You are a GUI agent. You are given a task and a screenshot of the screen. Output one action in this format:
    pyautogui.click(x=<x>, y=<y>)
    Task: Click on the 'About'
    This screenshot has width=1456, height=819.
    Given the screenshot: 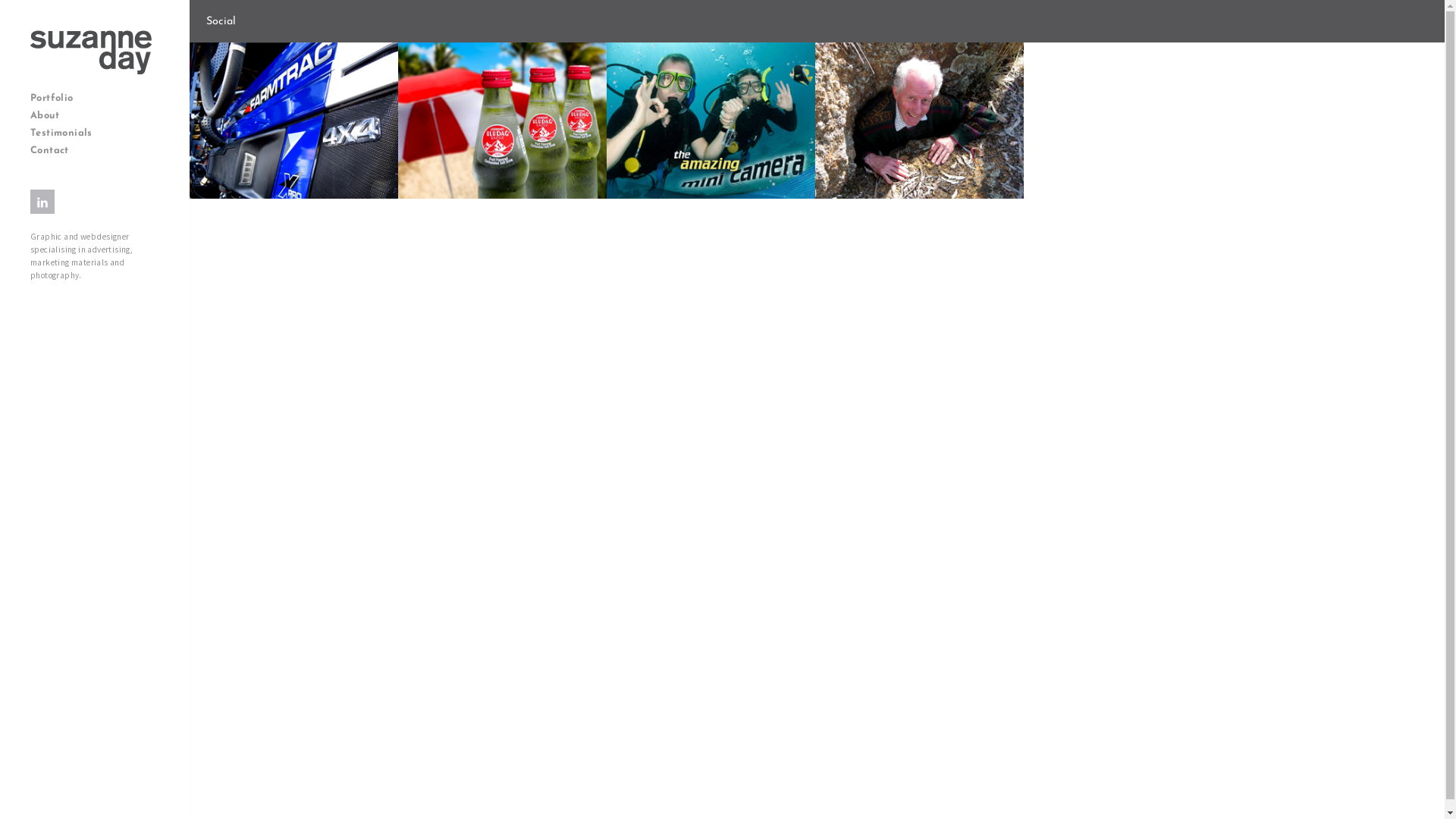 What is the action you would take?
    pyautogui.click(x=96, y=115)
    